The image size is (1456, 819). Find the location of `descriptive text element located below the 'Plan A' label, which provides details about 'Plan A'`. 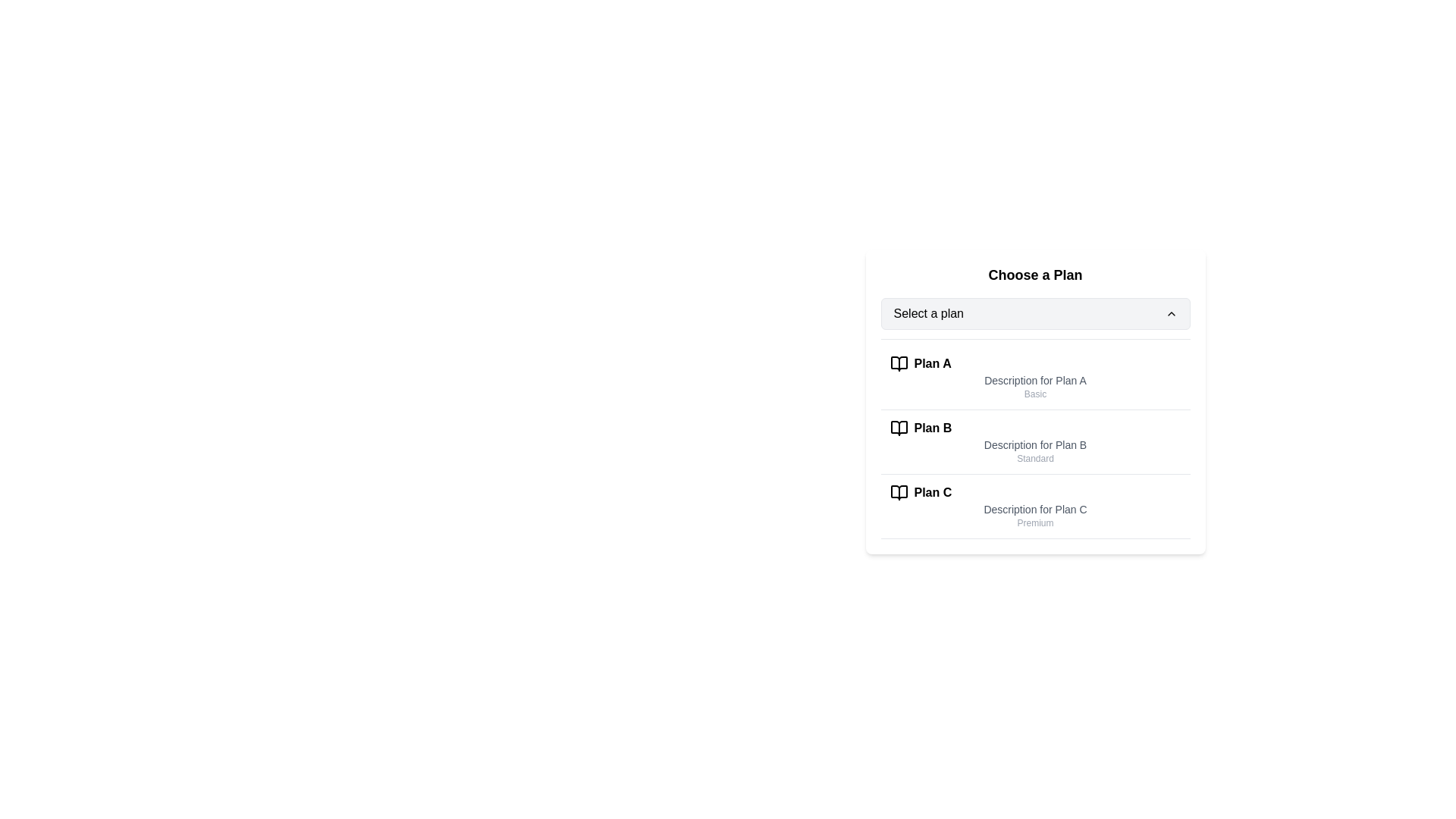

descriptive text element located below the 'Plan A' label, which provides details about 'Plan A' is located at coordinates (1034, 379).